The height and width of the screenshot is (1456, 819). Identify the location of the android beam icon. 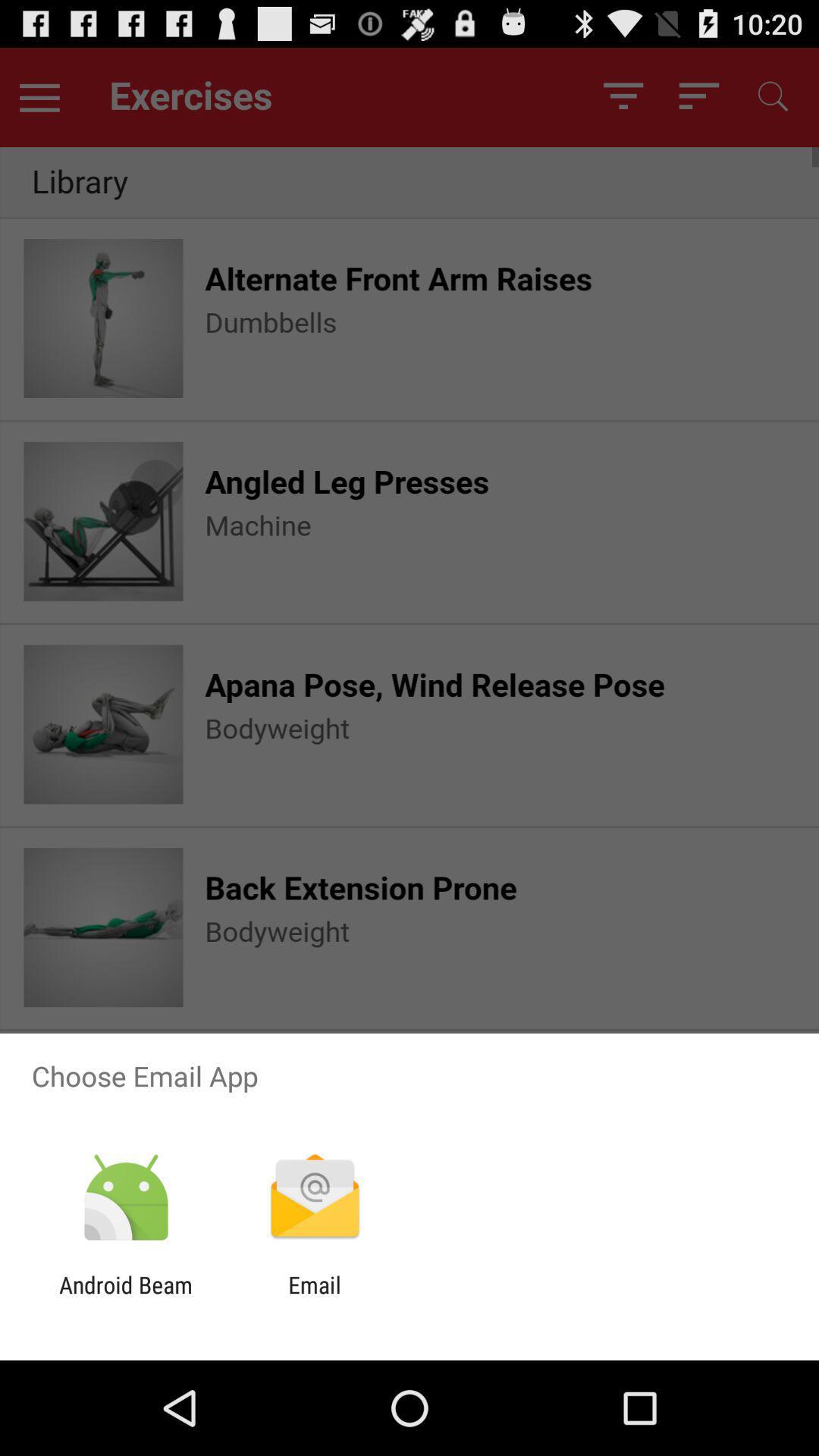
(125, 1298).